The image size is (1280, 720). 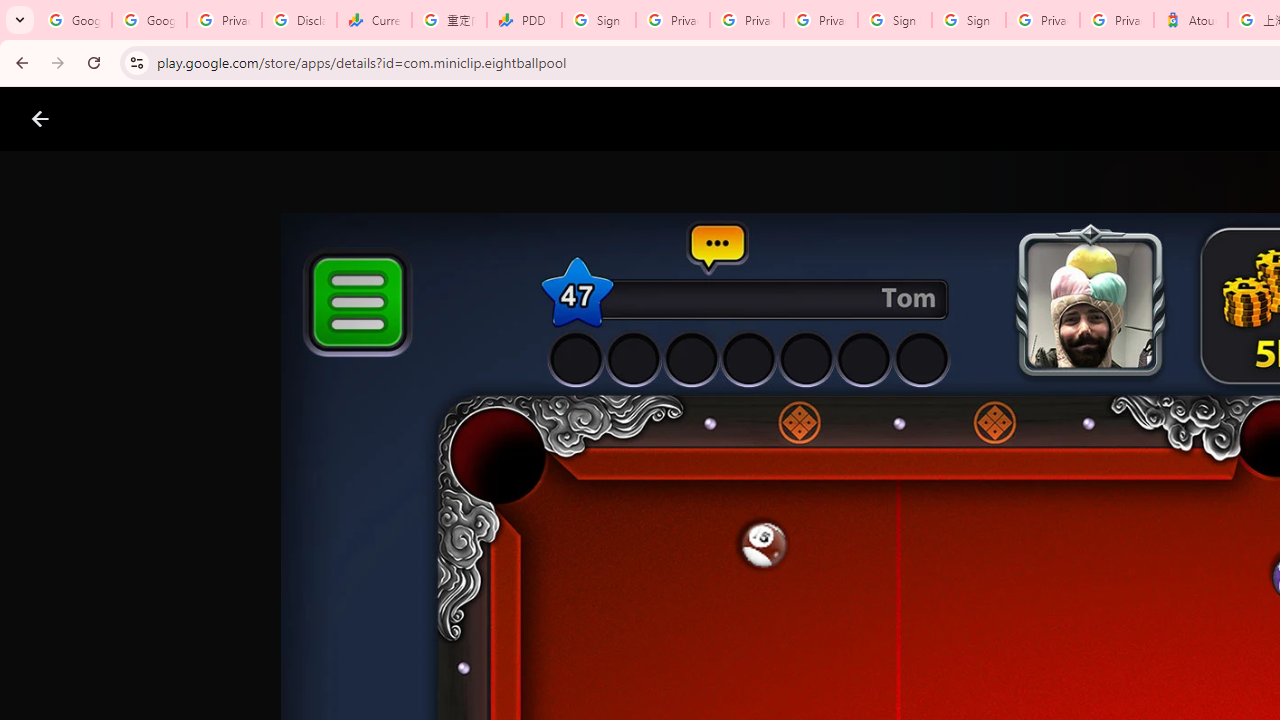 I want to click on 'Close screenshot viewer', so click(x=39, y=119).